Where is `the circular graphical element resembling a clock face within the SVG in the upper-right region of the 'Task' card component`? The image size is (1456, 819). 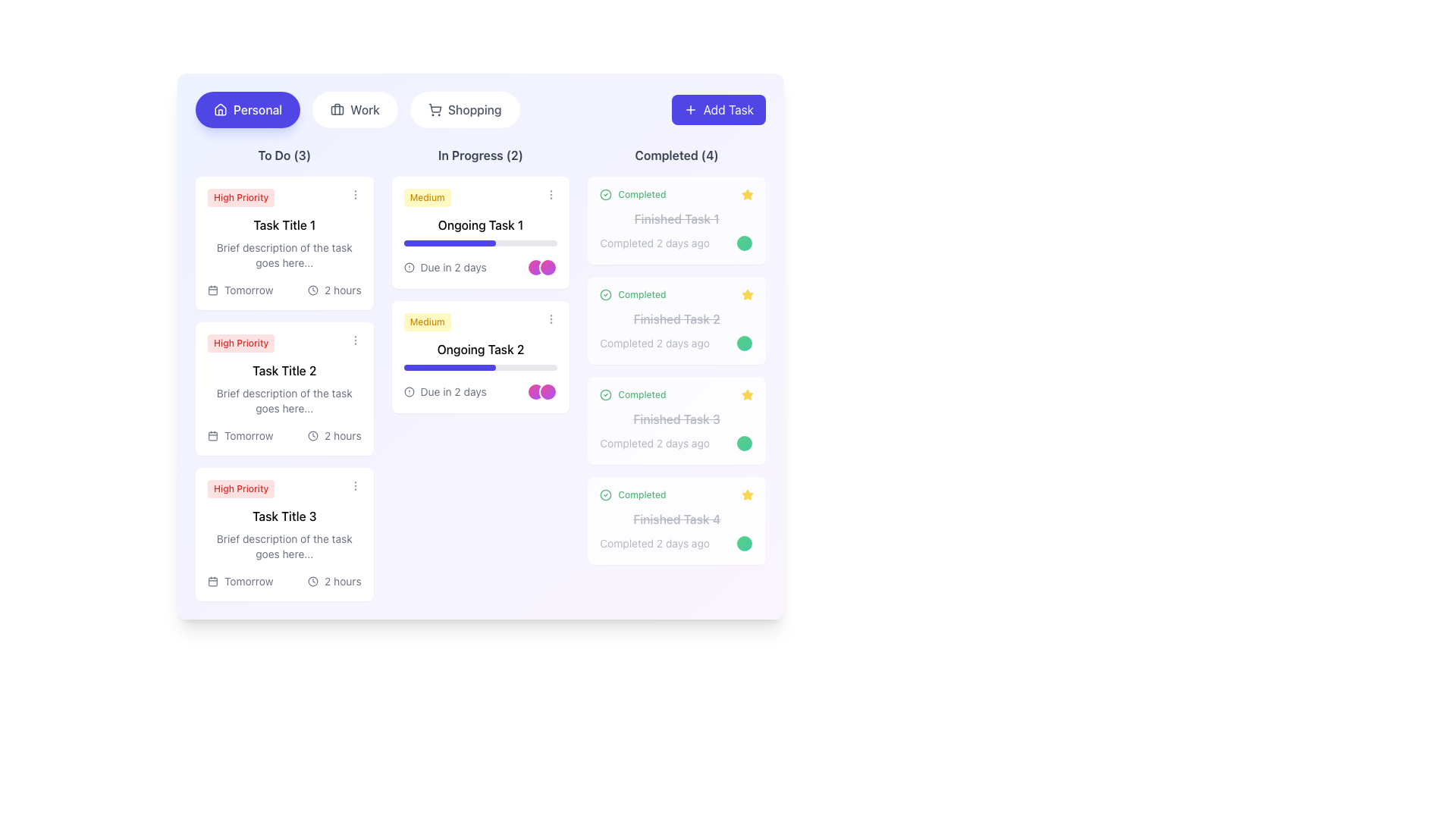 the circular graphical element resembling a clock face within the SVG in the upper-right region of the 'Task' card component is located at coordinates (312, 435).